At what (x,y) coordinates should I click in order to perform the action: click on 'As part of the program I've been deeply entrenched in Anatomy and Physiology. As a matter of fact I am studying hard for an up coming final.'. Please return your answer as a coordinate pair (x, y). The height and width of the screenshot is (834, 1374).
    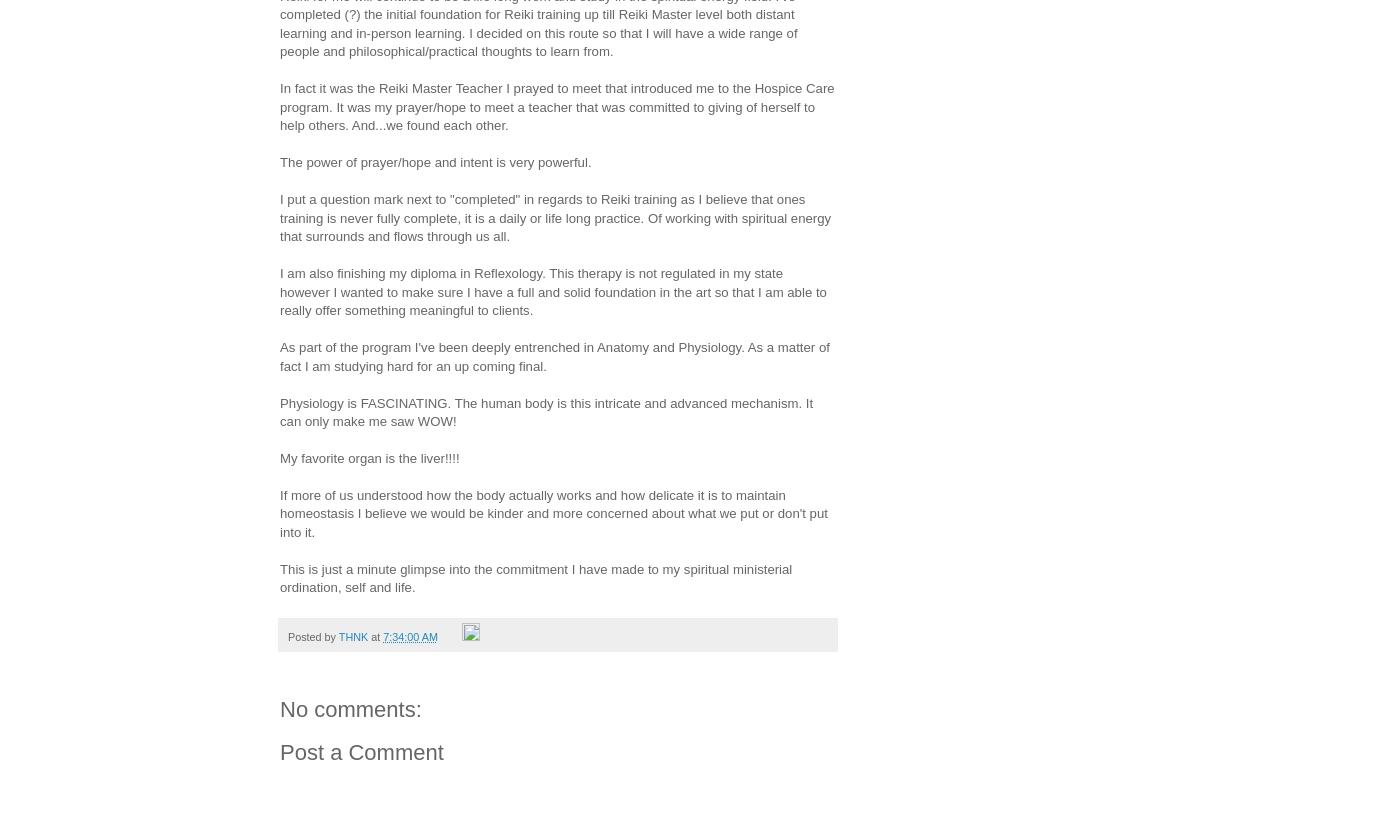
    Looking at the image, I should click on (554, 355).